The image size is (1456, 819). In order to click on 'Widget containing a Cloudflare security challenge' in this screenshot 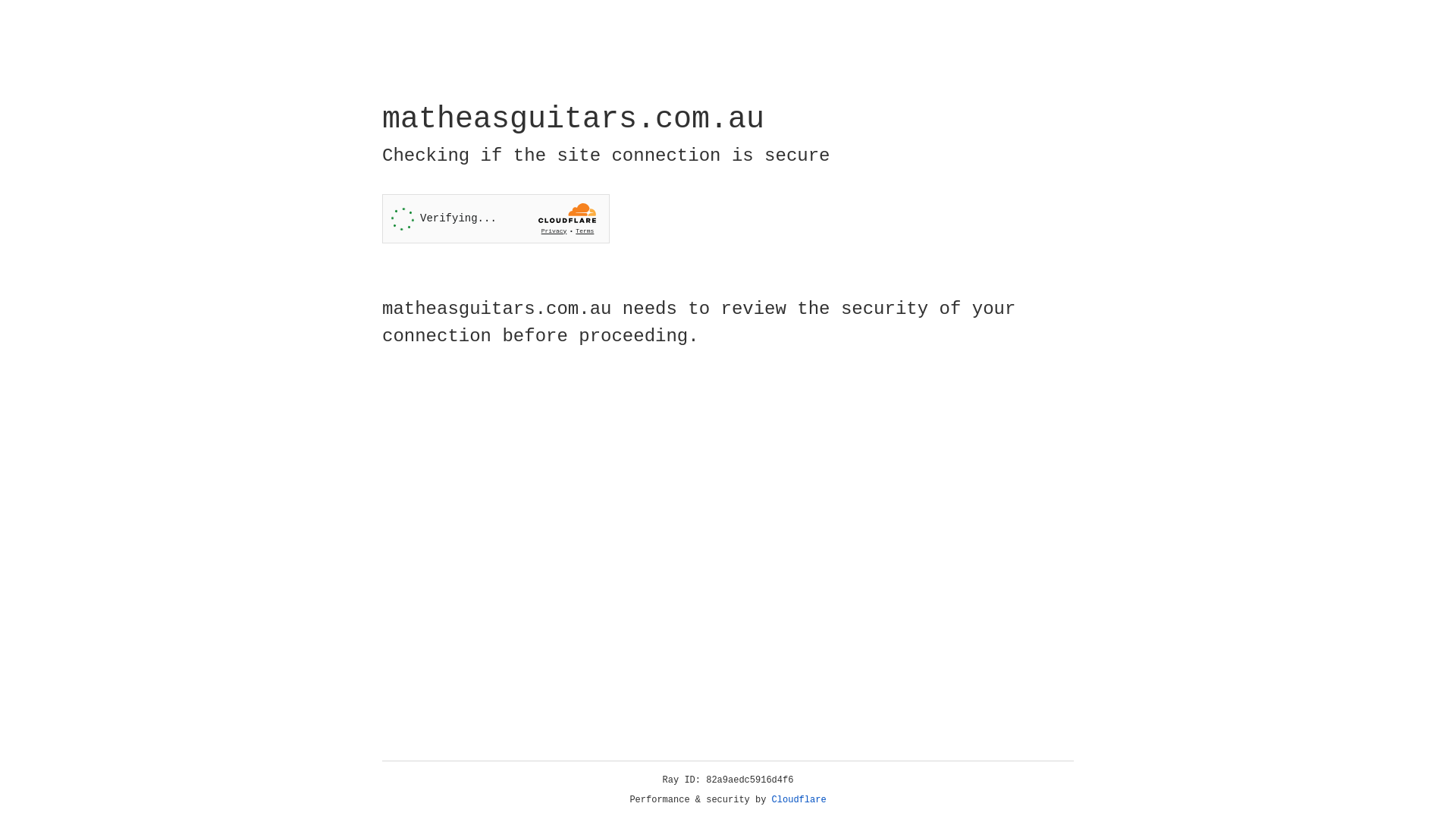, I will do `click(495, 218)`.